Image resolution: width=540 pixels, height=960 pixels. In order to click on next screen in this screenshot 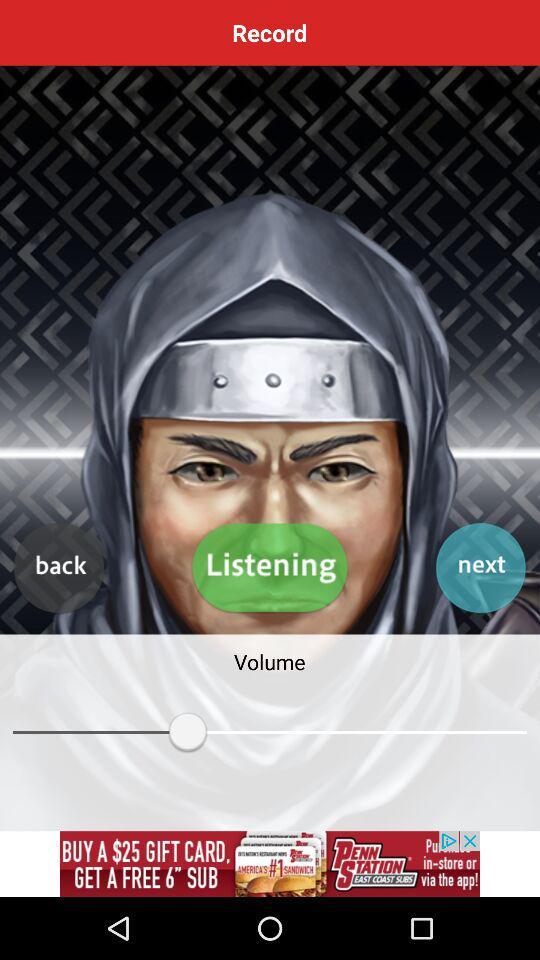, I will do `click(479, 568)`.